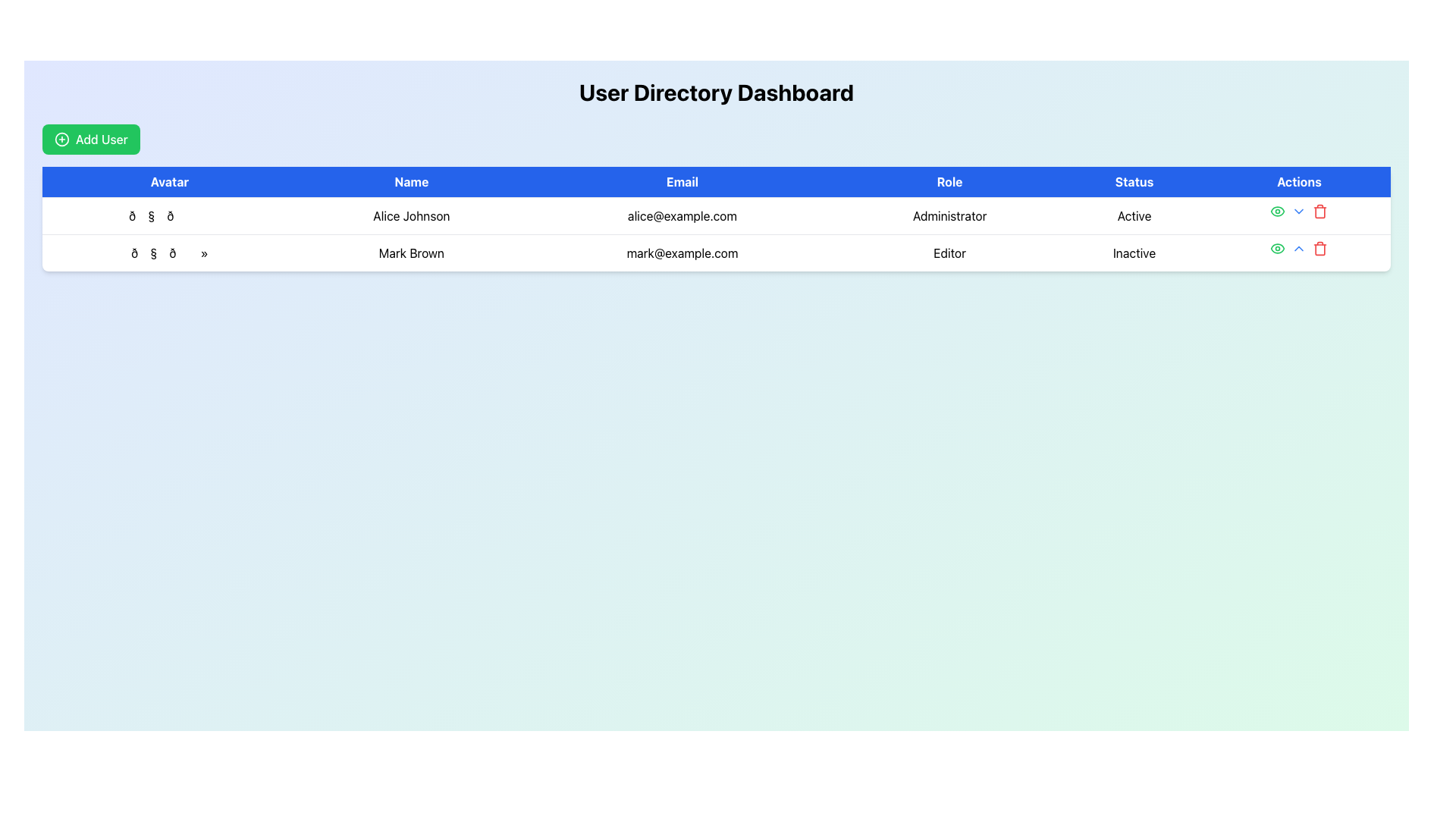 Image resolution: width=1456 pixels, height=819 pixels. What do you see at coordinates (61, 140) in the screenshot?
I see `the 'Add User' button located at the top left of the page to initiate the action of adding a new user` at bounding box center [61, 140].